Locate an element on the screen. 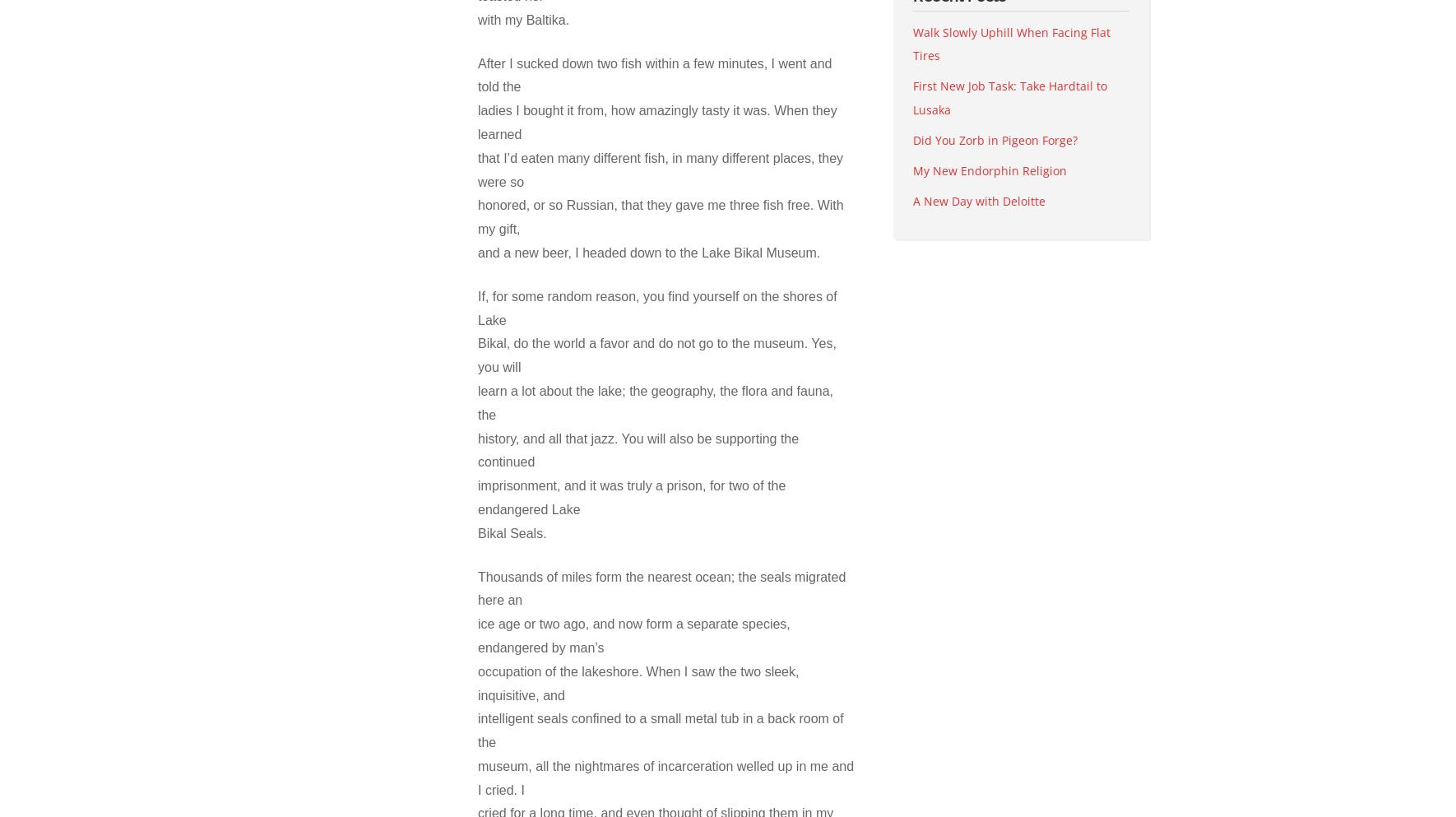  'with my Baltika.' is located at coordinates (522, 18).